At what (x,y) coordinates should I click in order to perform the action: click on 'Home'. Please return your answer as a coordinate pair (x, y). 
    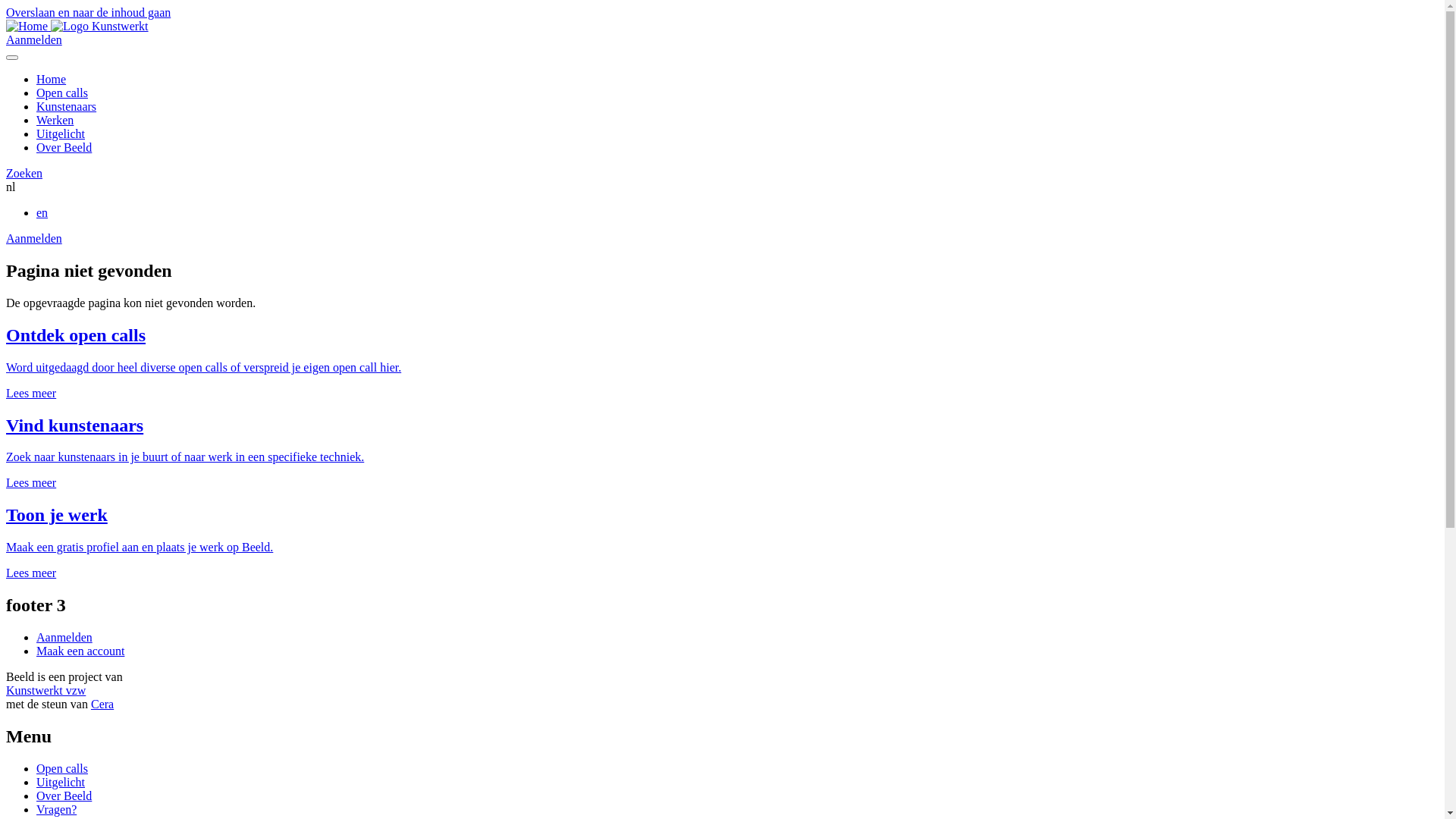
    Looking at the image, I should click on (36, 79).